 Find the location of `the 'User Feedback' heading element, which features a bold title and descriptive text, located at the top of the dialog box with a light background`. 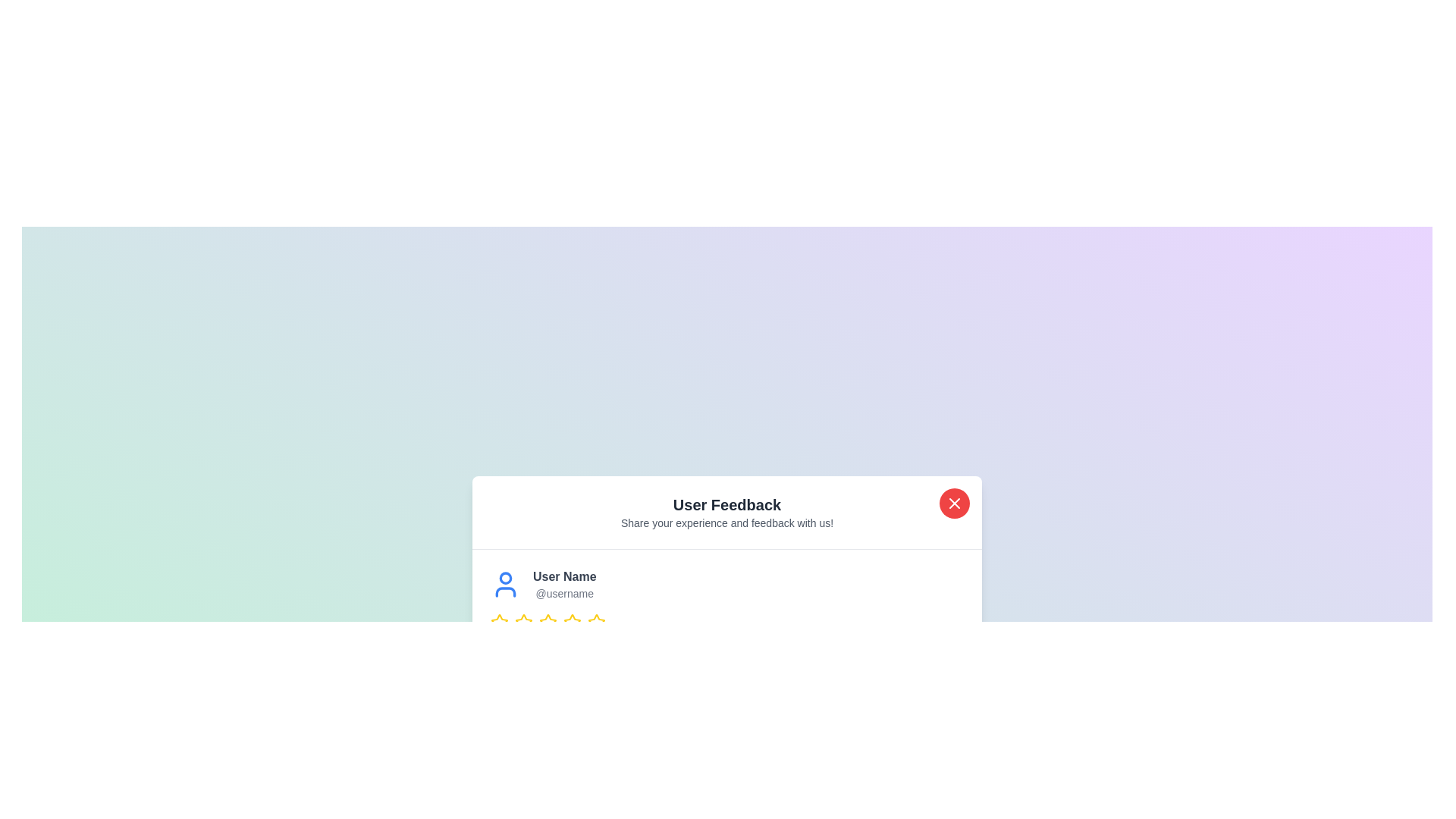

the 'User Feedback' heading element, which features a bold title and descriptive text, located at the top of the dialog box with a light background is located at coordinates (726, 512).